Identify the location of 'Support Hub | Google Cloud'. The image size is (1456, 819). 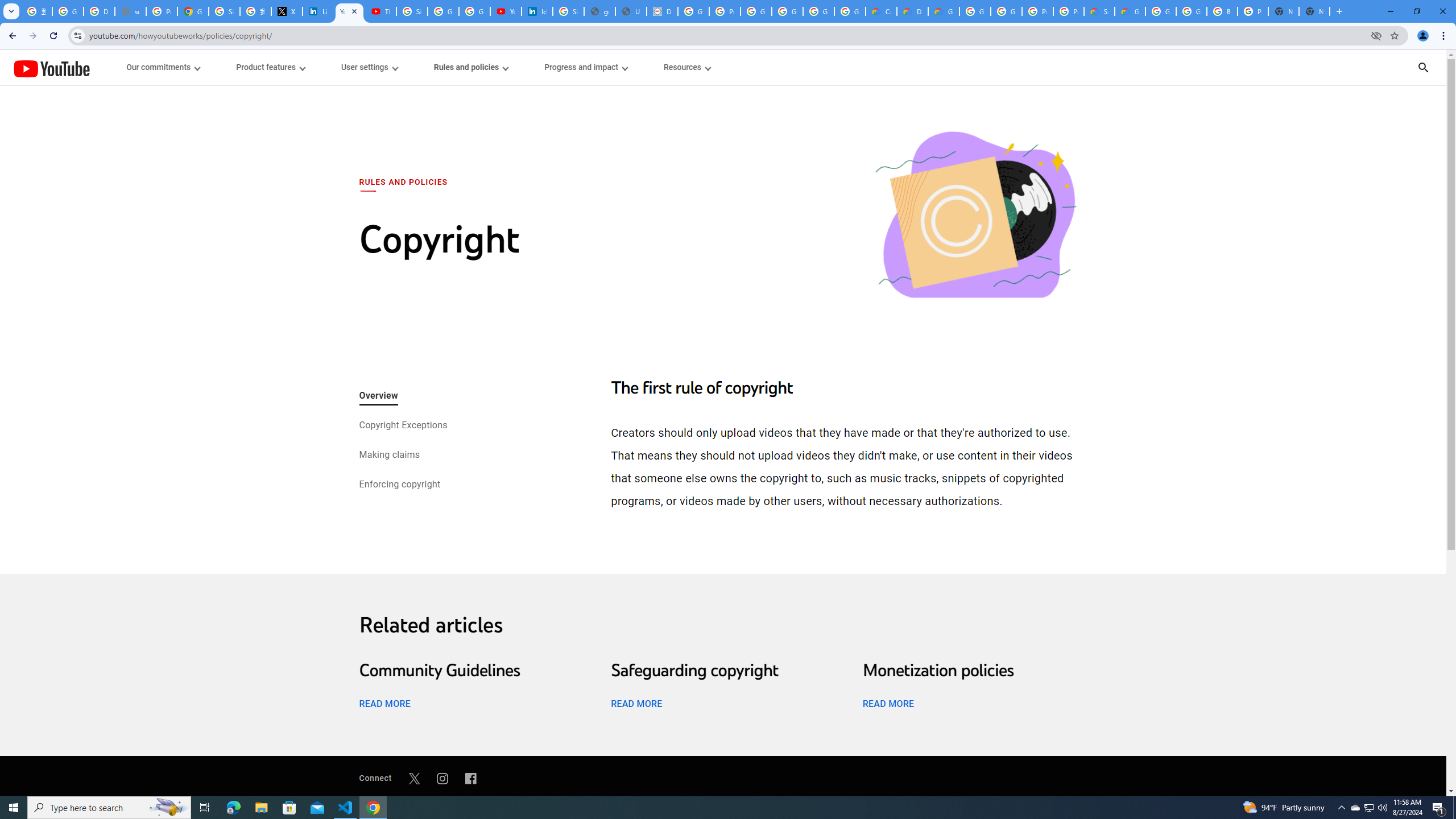
(1099, 11).